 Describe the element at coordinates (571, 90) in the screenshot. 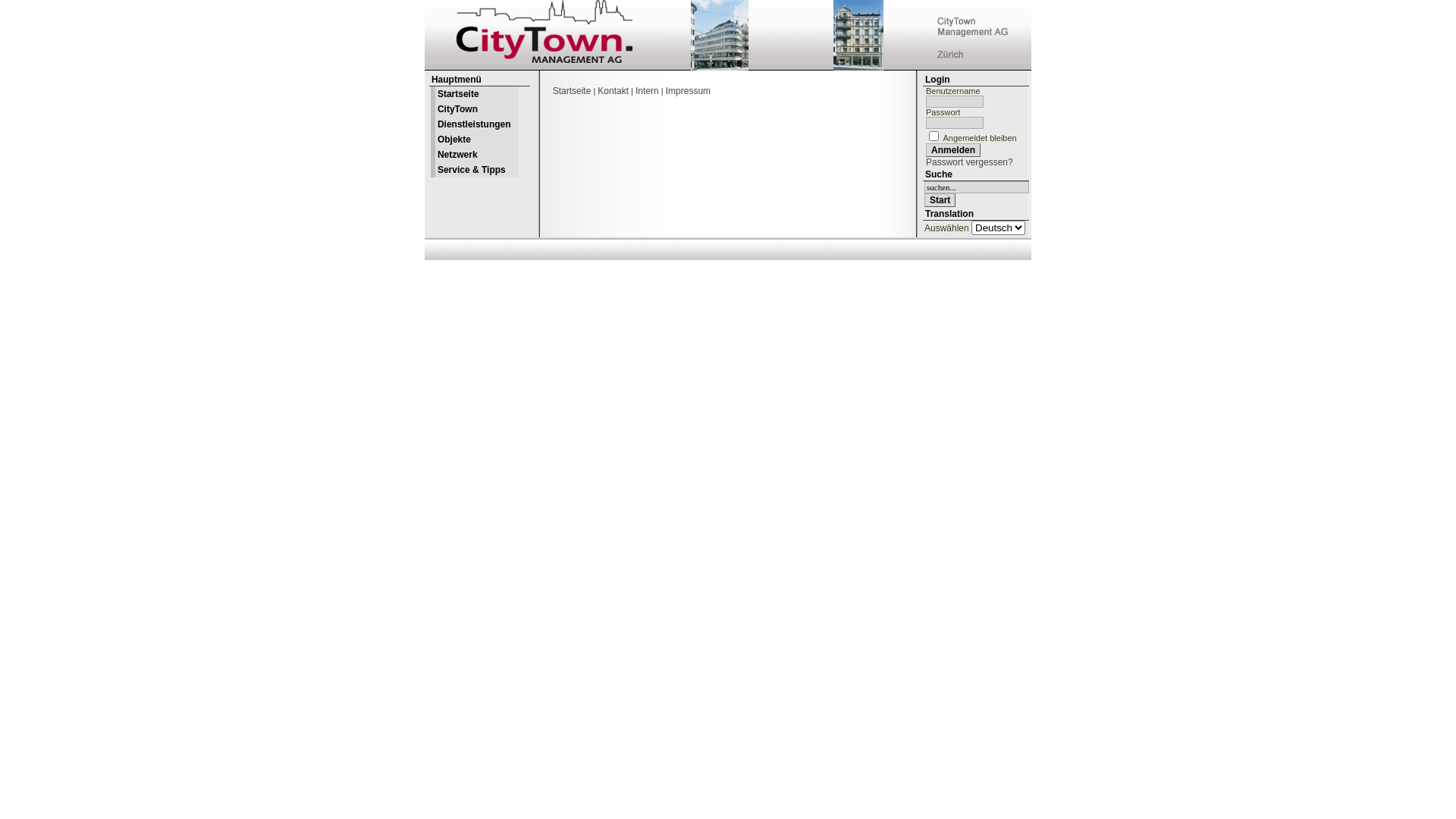

I see `'Startseite'` at that location.